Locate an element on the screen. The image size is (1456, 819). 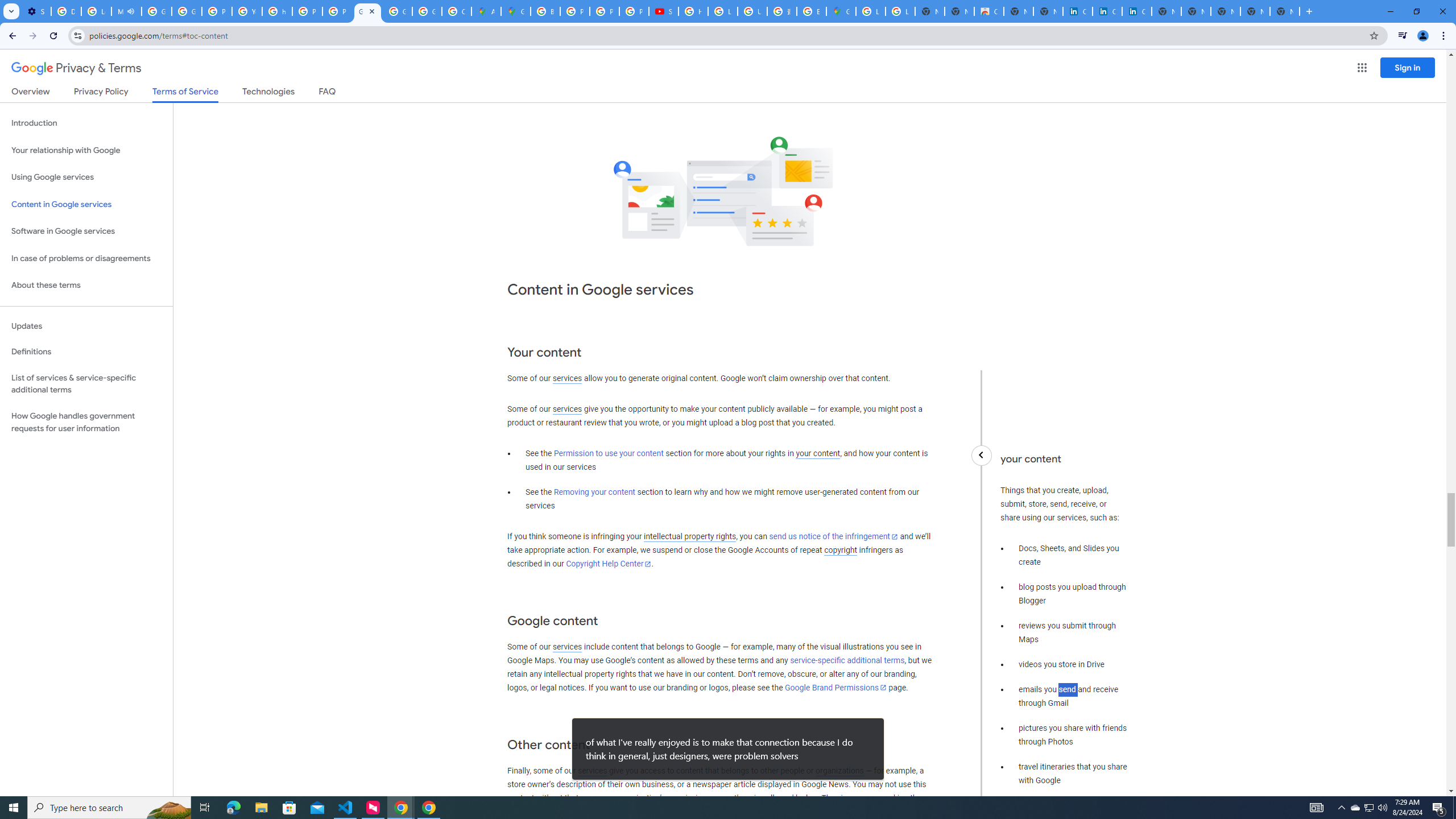
'List of services & service-specific additional terms' is located at coordinates (86, 383).